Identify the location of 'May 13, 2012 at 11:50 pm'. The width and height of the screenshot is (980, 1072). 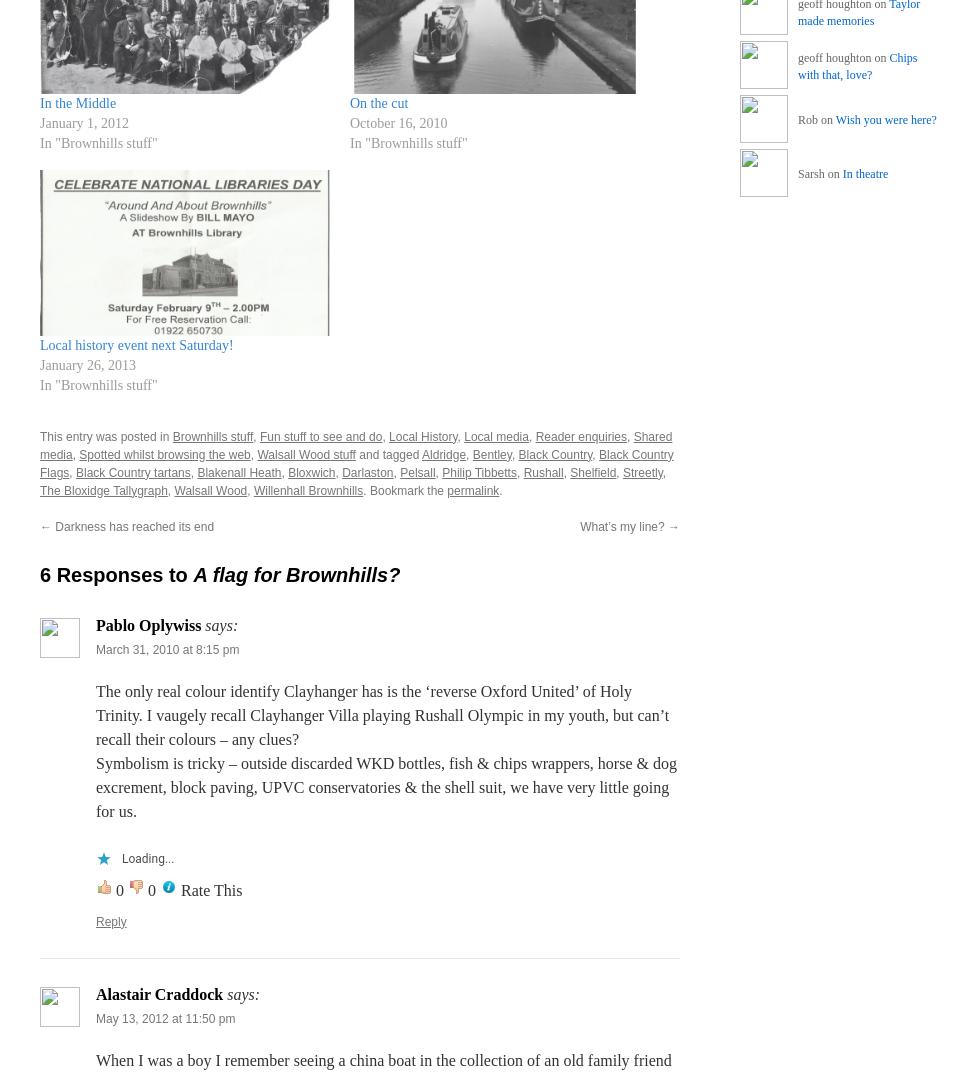
(165, 1017).